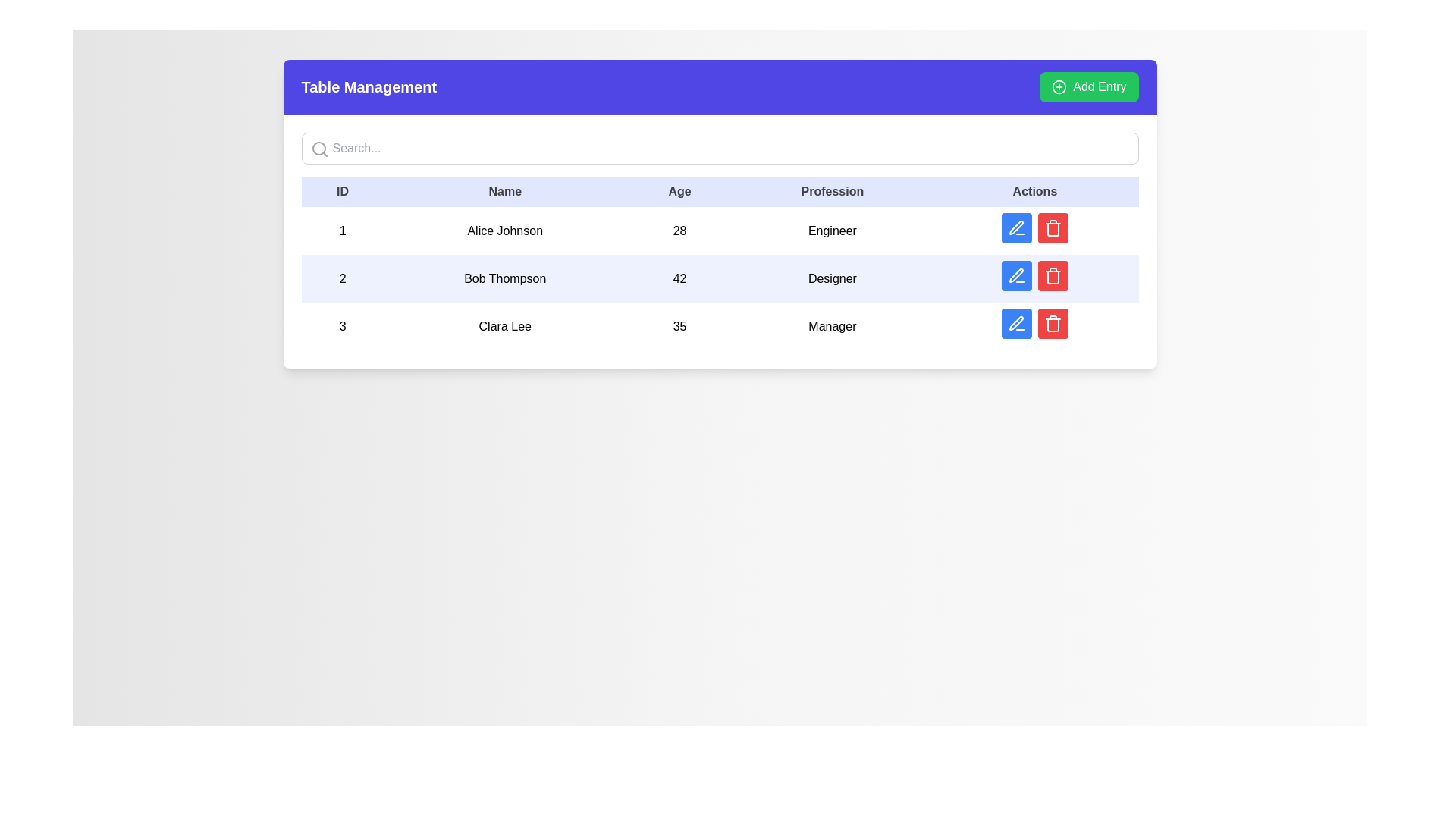 This screenshot has height=819, width=1456. Describe the element at coordinates (1052, 230) in the screenshot. I see `the Trash Bin Illustration icon in the Actions column of the second row, which is part of the delete button` at that location.